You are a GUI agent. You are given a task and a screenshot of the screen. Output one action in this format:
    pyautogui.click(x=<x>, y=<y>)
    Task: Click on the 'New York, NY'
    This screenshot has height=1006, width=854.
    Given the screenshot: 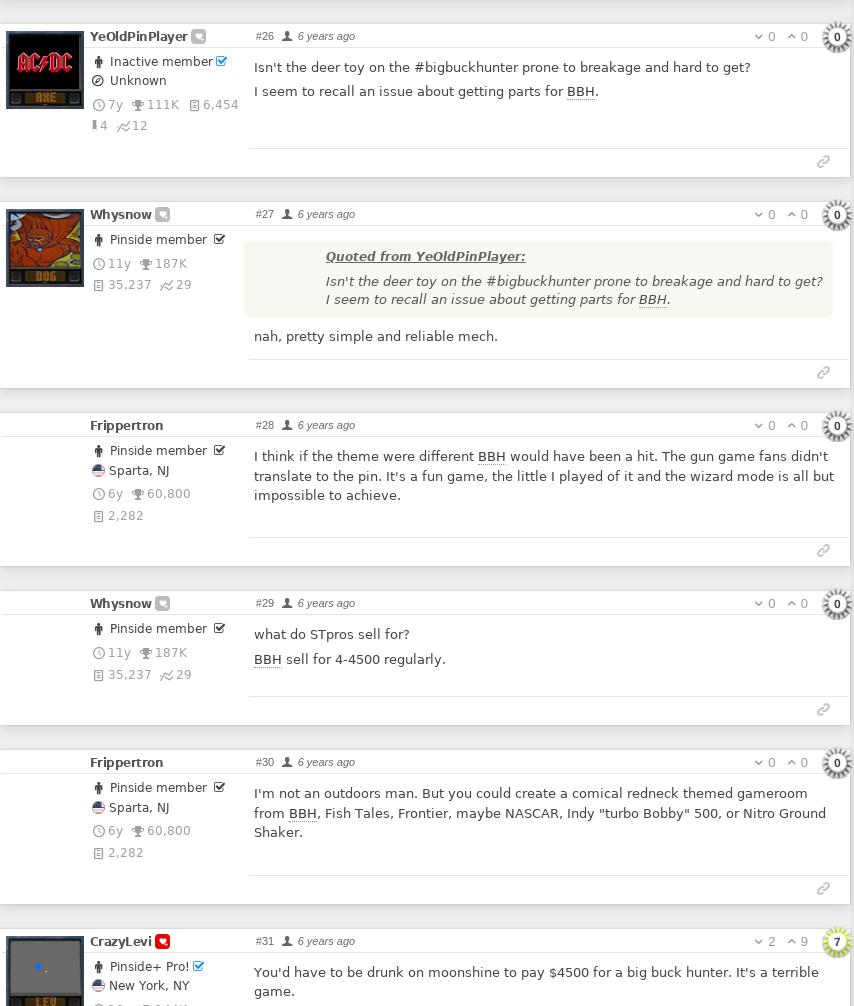 What is the action you would take?
    pyautogui.click(x=145, y=984)
    